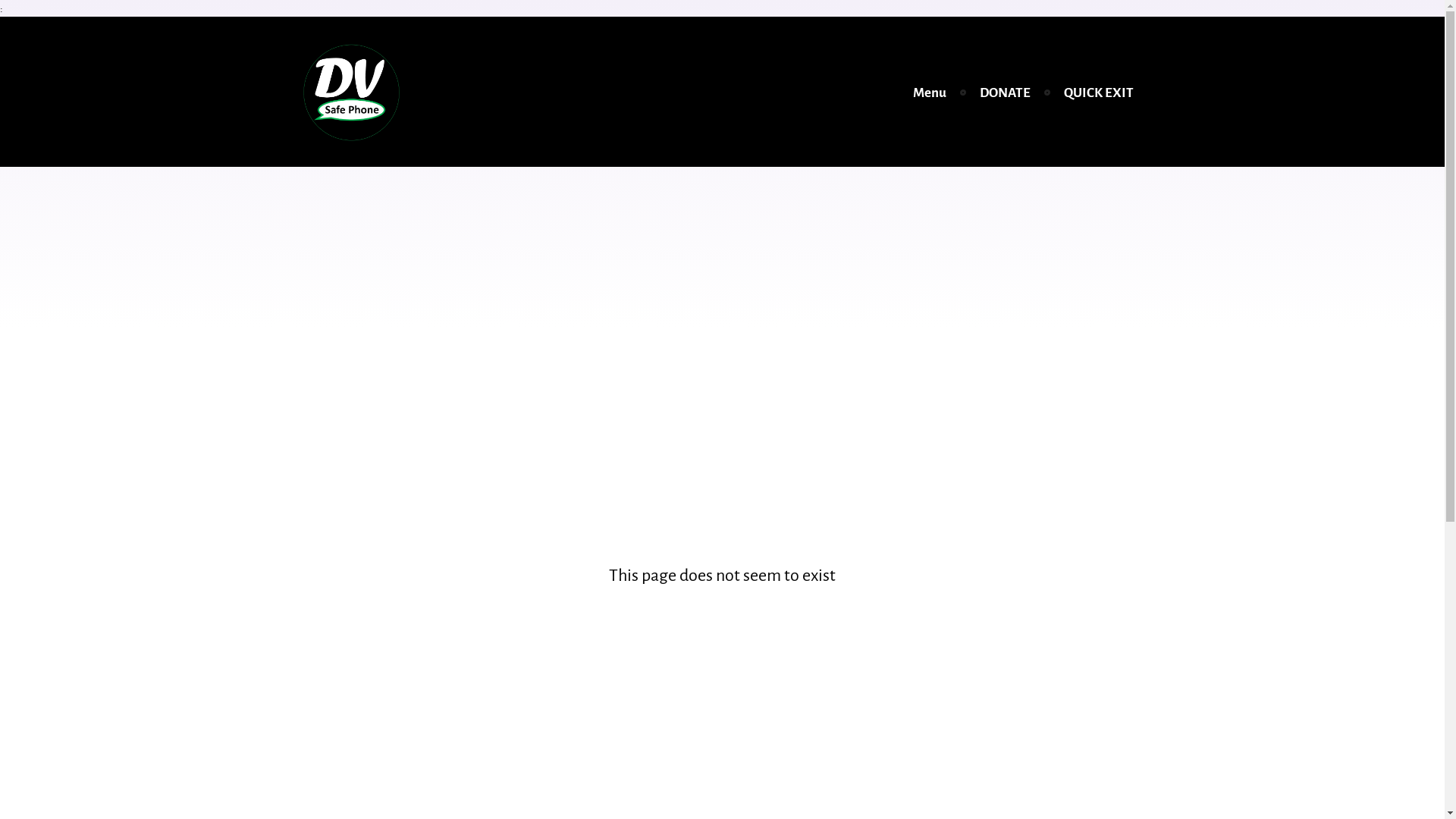  What do you see at coordinates (971, 93) in the screenshot?
I see `'DONATE'` at bounding box center [971, 93].